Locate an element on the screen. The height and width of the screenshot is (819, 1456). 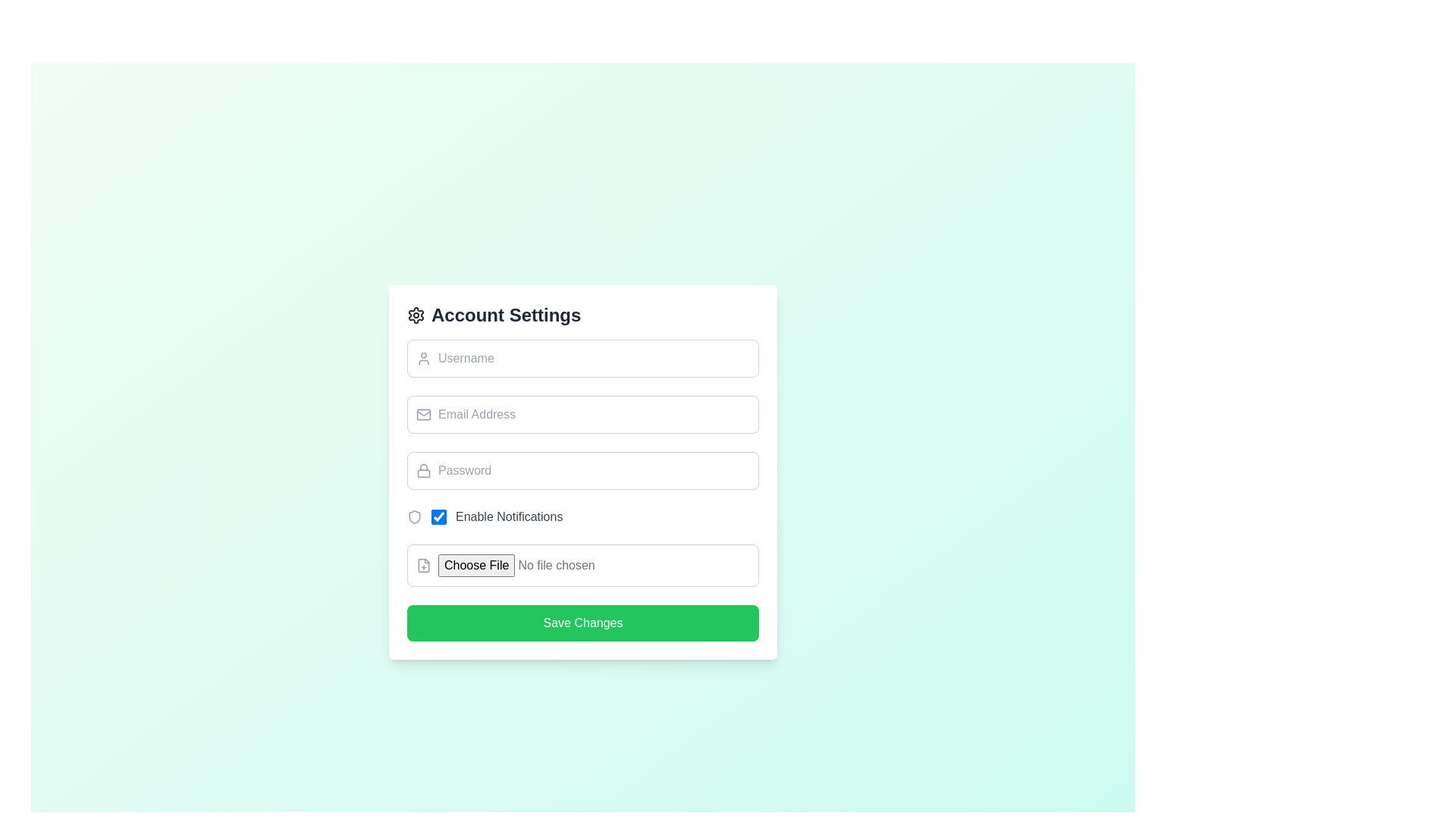
the settings icon located near the top-left corner of the settings panel, adjacent to the title 'Account Settings' is located at coordinates (416, 315).